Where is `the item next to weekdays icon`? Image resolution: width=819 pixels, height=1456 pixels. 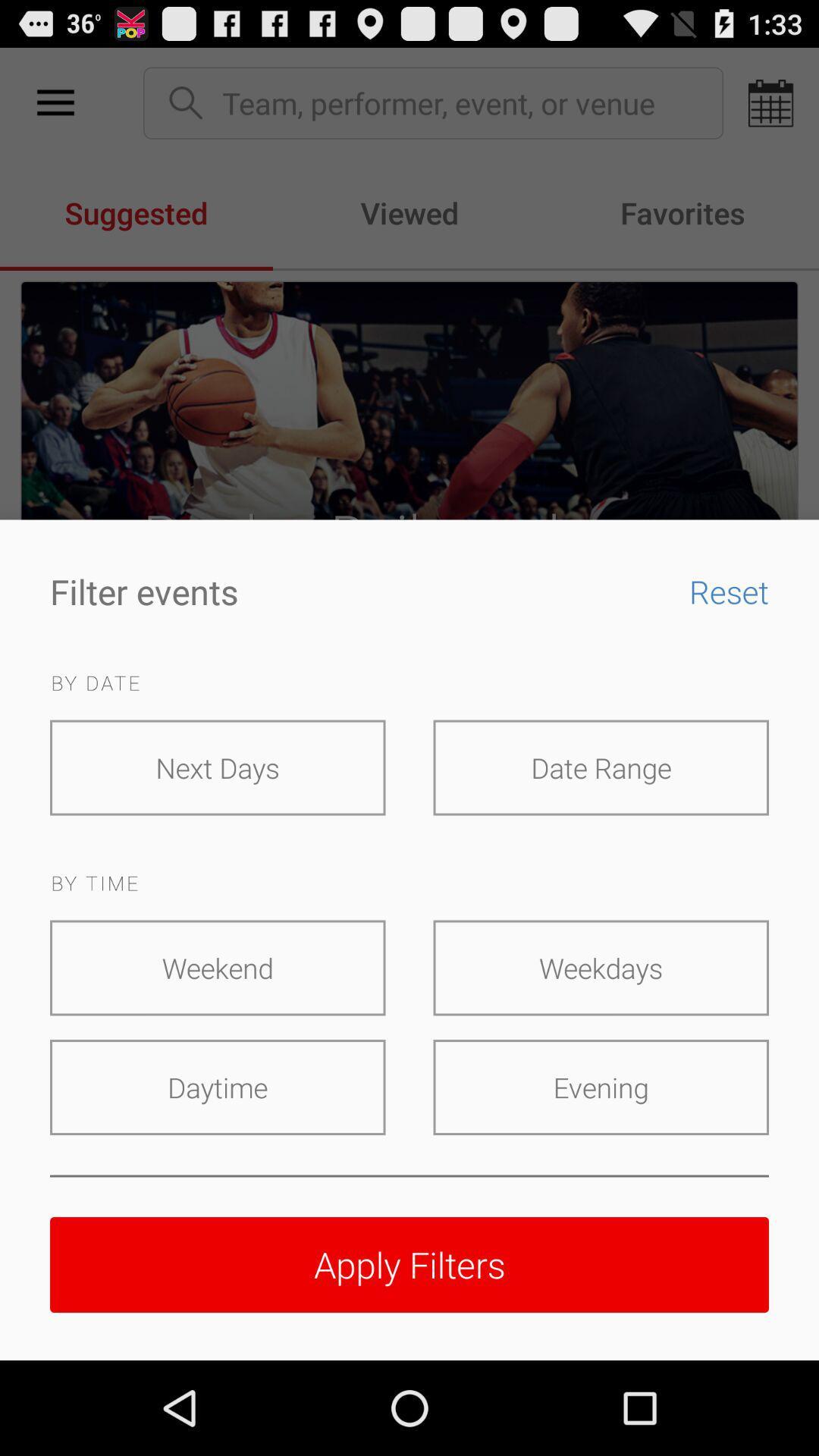
the item next to weekdays icon is located at coordinates (218, 967).